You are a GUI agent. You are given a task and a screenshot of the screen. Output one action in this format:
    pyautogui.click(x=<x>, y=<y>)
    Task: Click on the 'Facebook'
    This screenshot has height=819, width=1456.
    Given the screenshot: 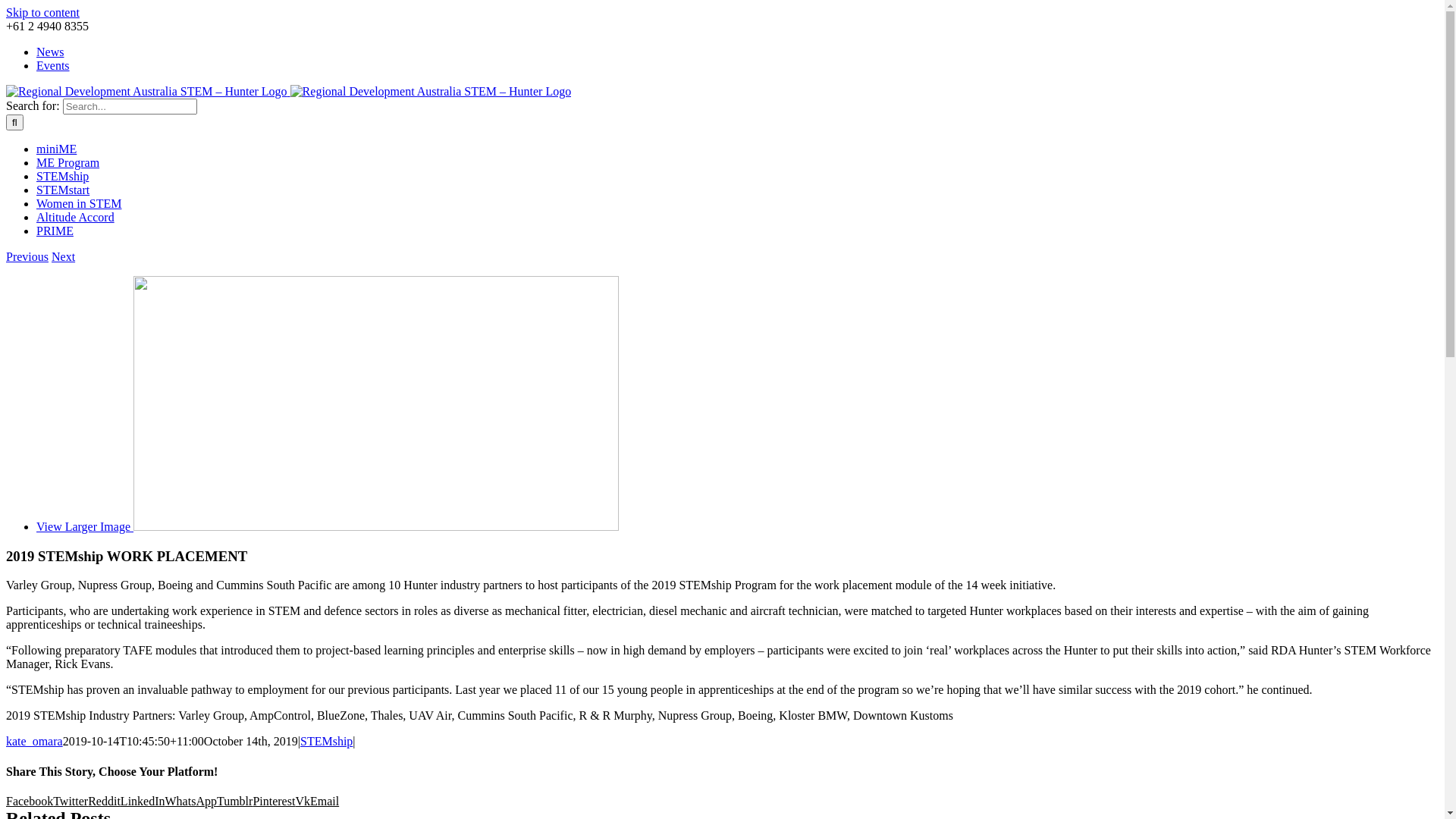 What is the action you would take?
    pyautogui.click(x=29, y=800)
    